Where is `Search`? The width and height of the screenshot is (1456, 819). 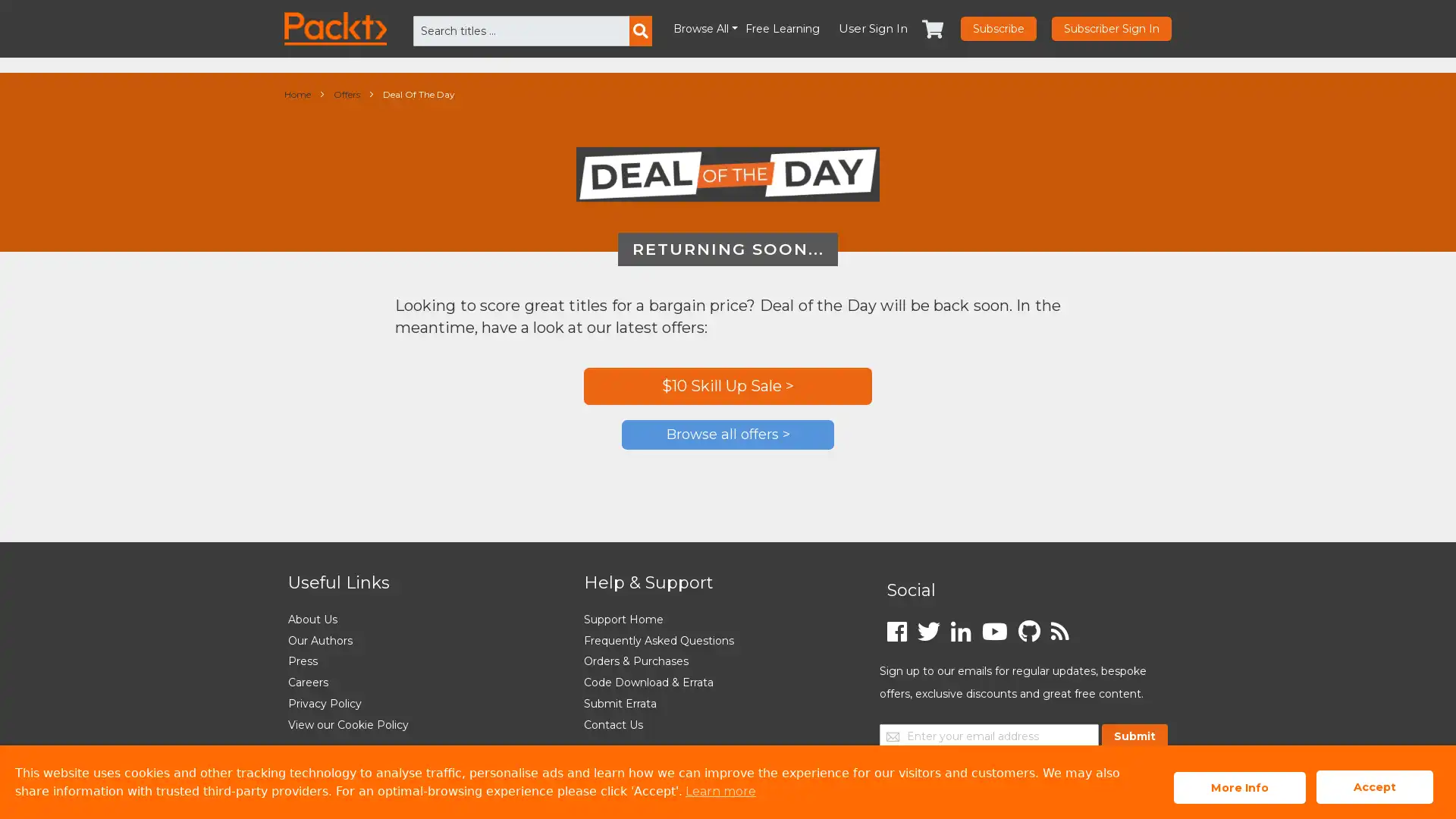
Search is located at coordinates (640, 31).